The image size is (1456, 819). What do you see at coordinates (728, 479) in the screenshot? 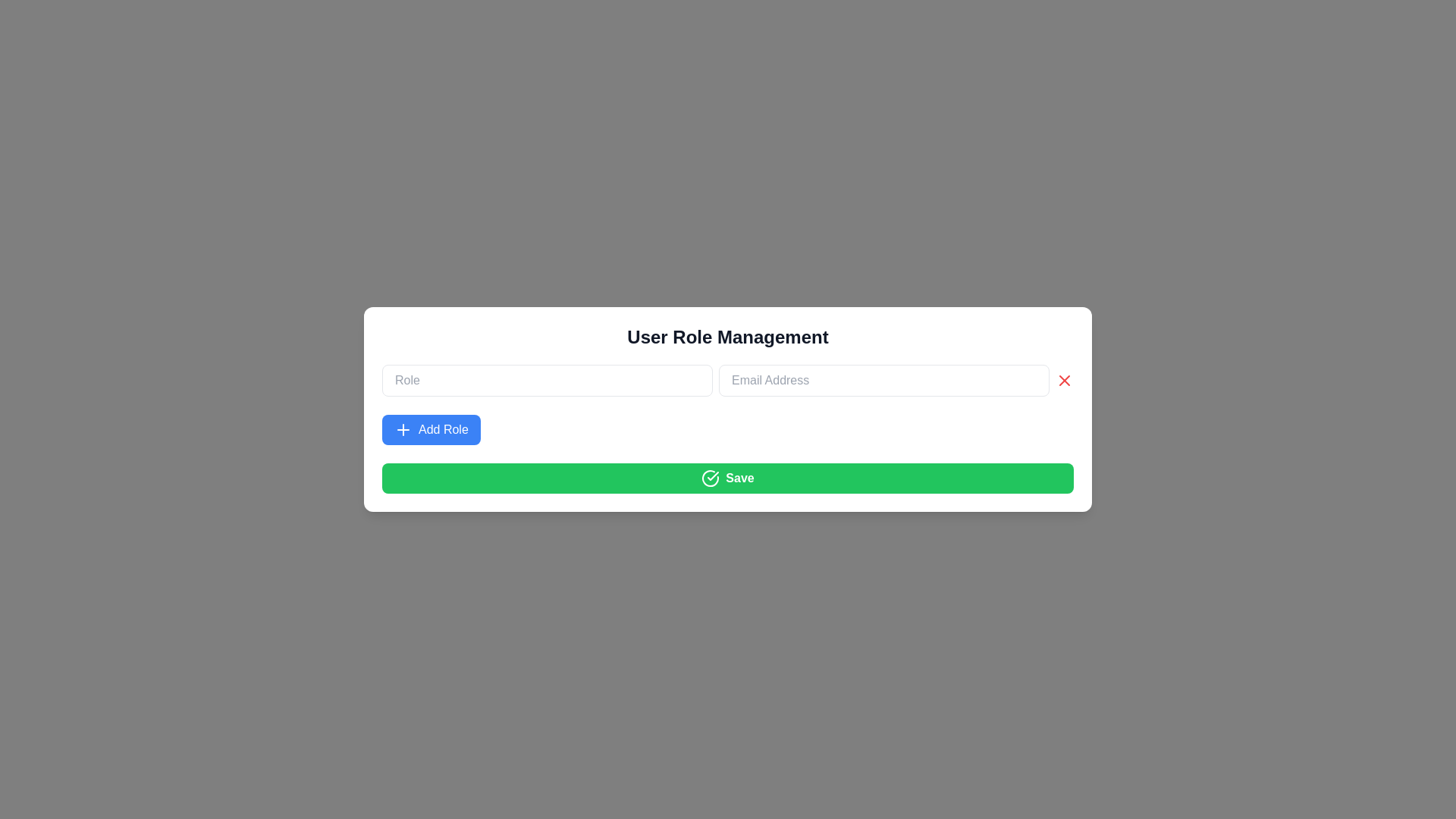
I see `the submission button located at the bottom of the card, directly below the 'Add Role' button` at bounding box center [728, 479].